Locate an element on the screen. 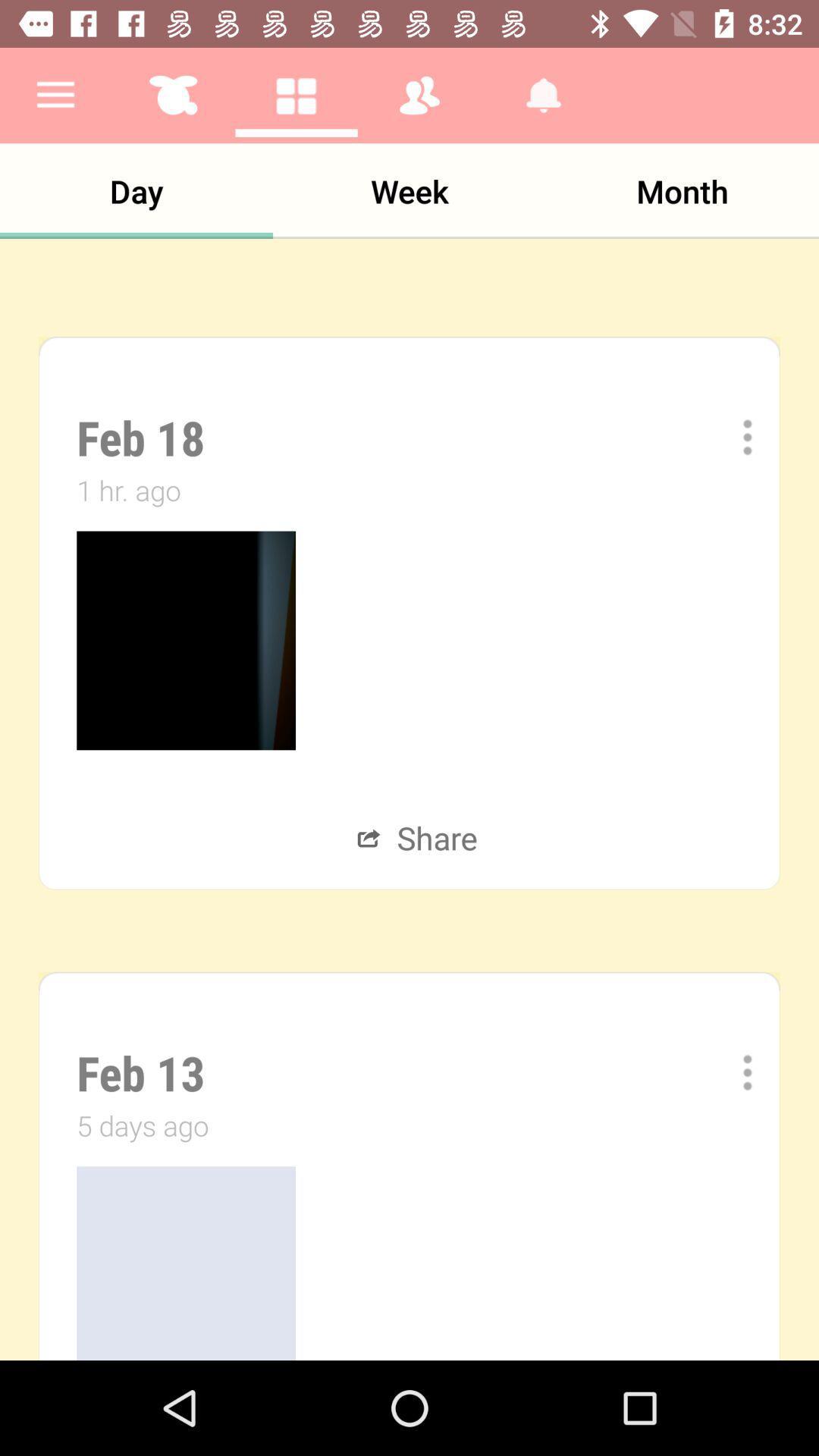 Image resolution: width=819 pixels, height=1456 pixels. the button which is right to the menu button is located at coordinates (172, 94).